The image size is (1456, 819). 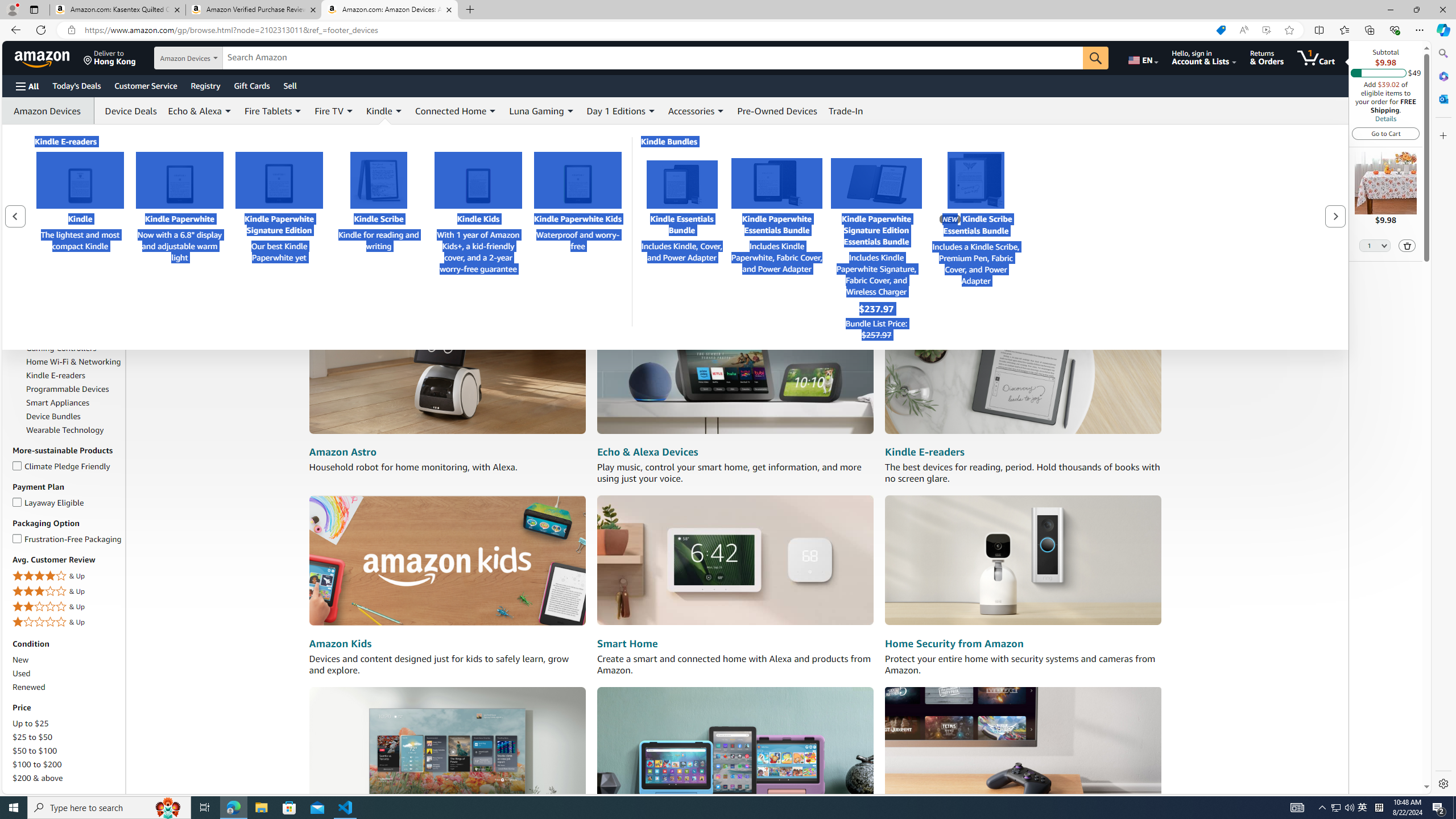 What do you see at coordinates (67, 622) in the screenshot?
I see `'1 Star & Up& Up'` at bounding box center [67, 622].